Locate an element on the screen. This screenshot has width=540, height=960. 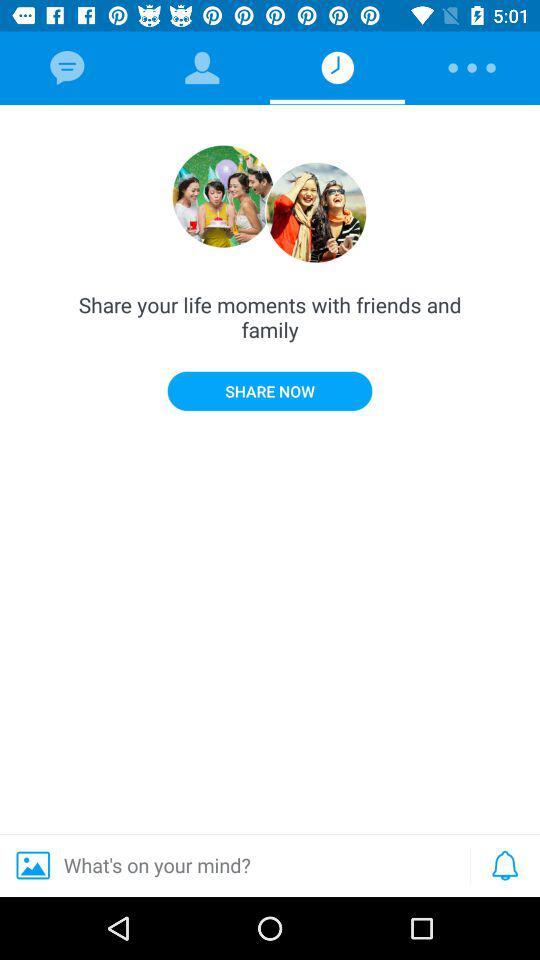
the what s on is located at coordinates (231, 864).